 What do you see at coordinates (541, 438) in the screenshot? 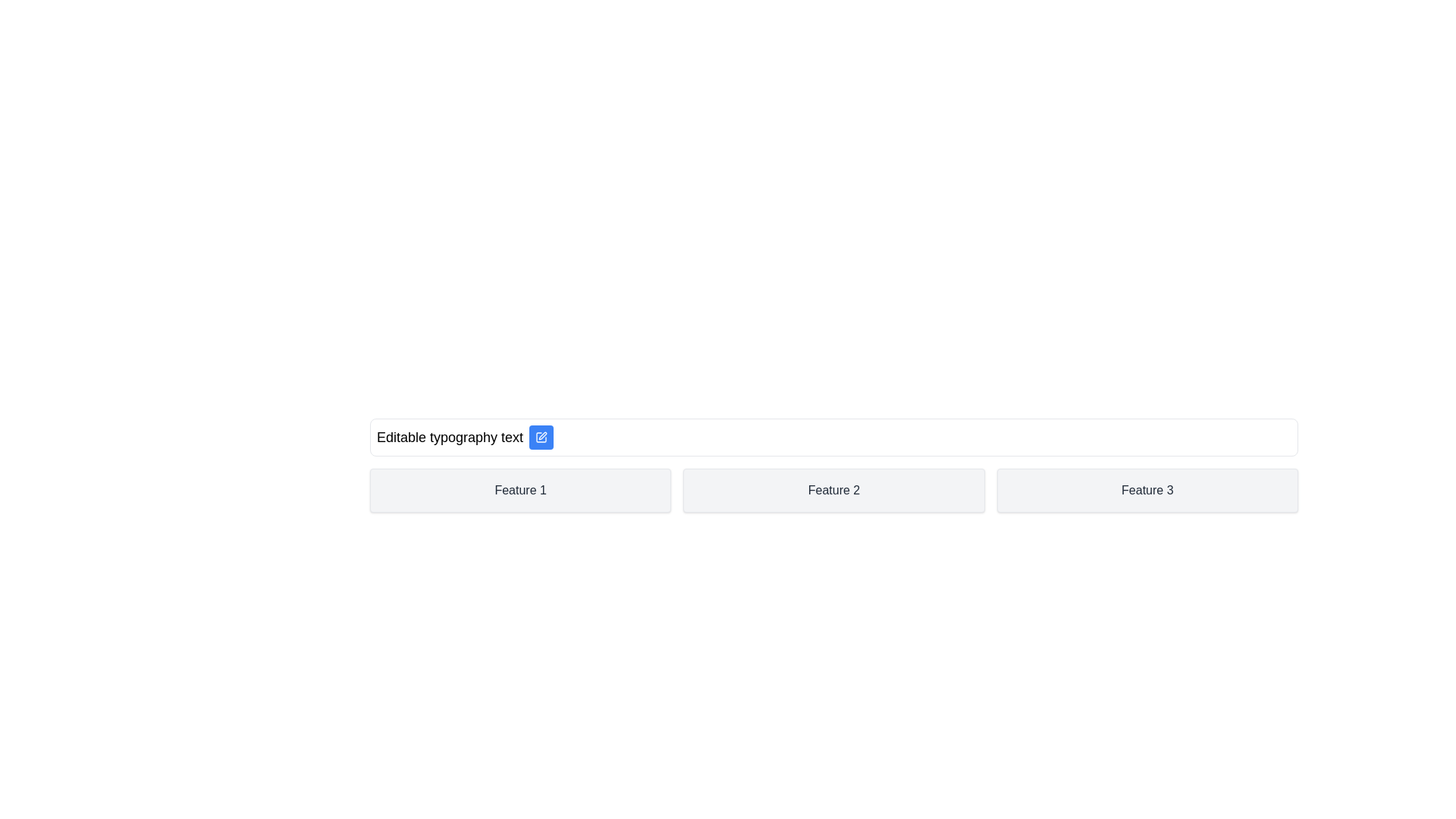
I see `the Decorative vector icon, which resembles a pen-like edit icon, to invoke edit-related actions if it is interactive` at bounding box center [541, 438].